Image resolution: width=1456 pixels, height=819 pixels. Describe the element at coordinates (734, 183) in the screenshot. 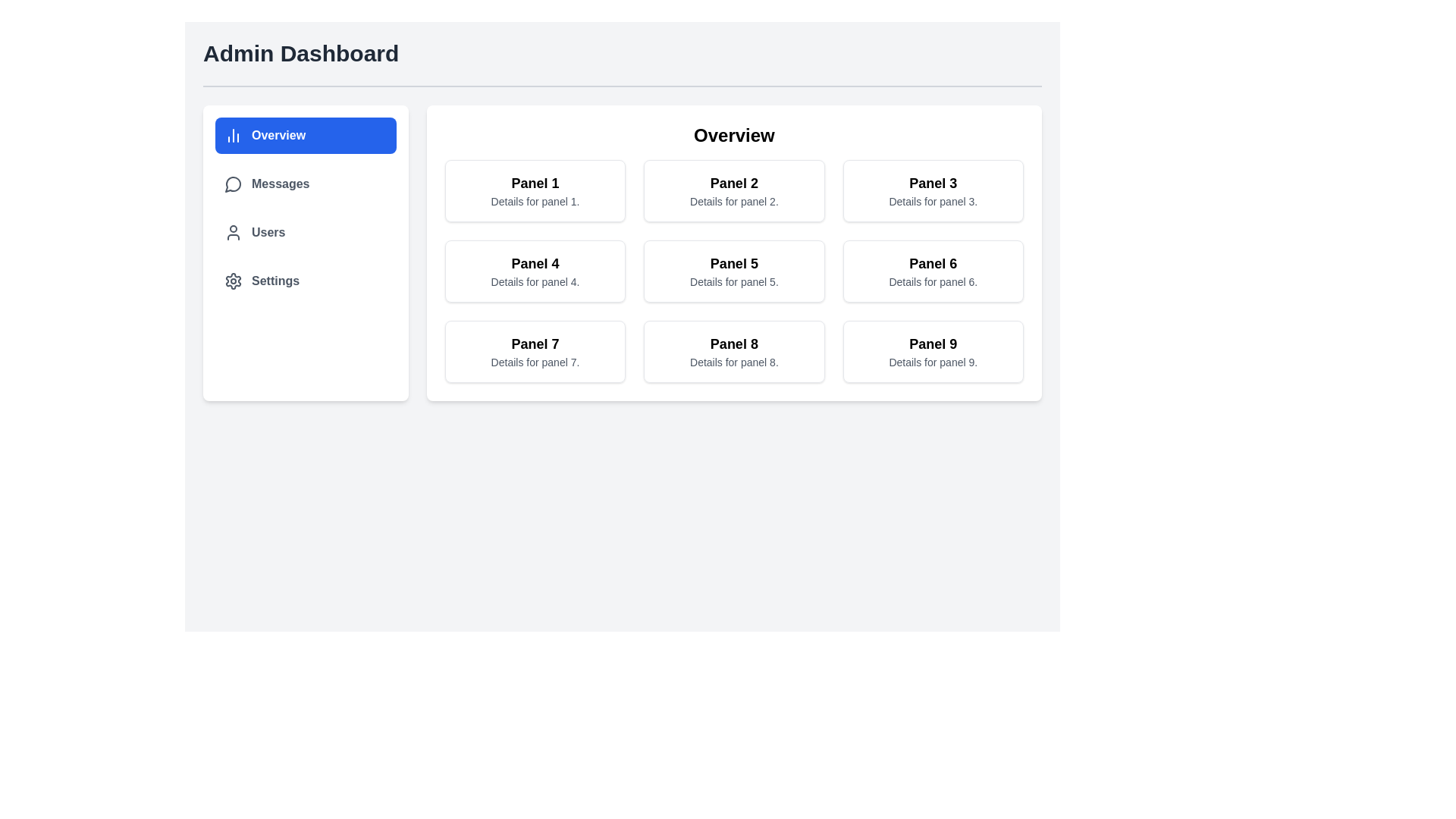

I see `the text label displaying 'Panel 2', which serves as the heading for the second panel in the central grid layout` at that location.